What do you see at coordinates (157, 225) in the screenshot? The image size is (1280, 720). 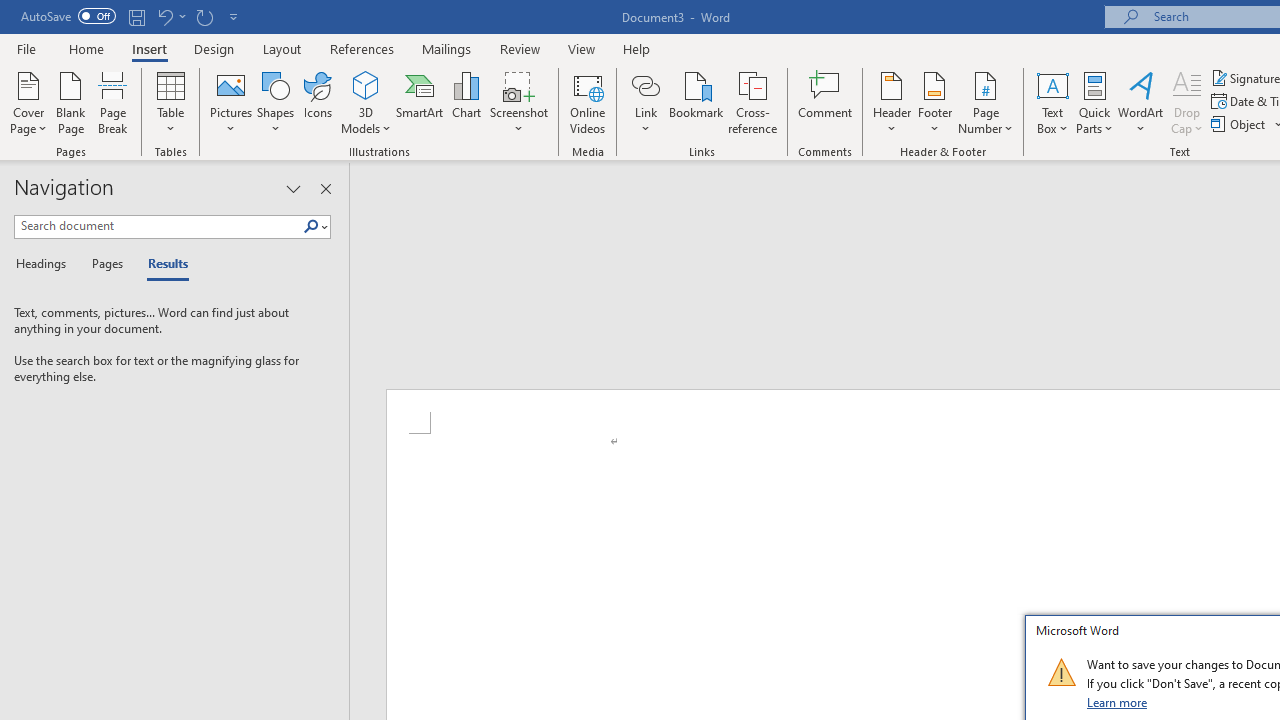 I see `'Search document'` at bounding box center [157, 225].